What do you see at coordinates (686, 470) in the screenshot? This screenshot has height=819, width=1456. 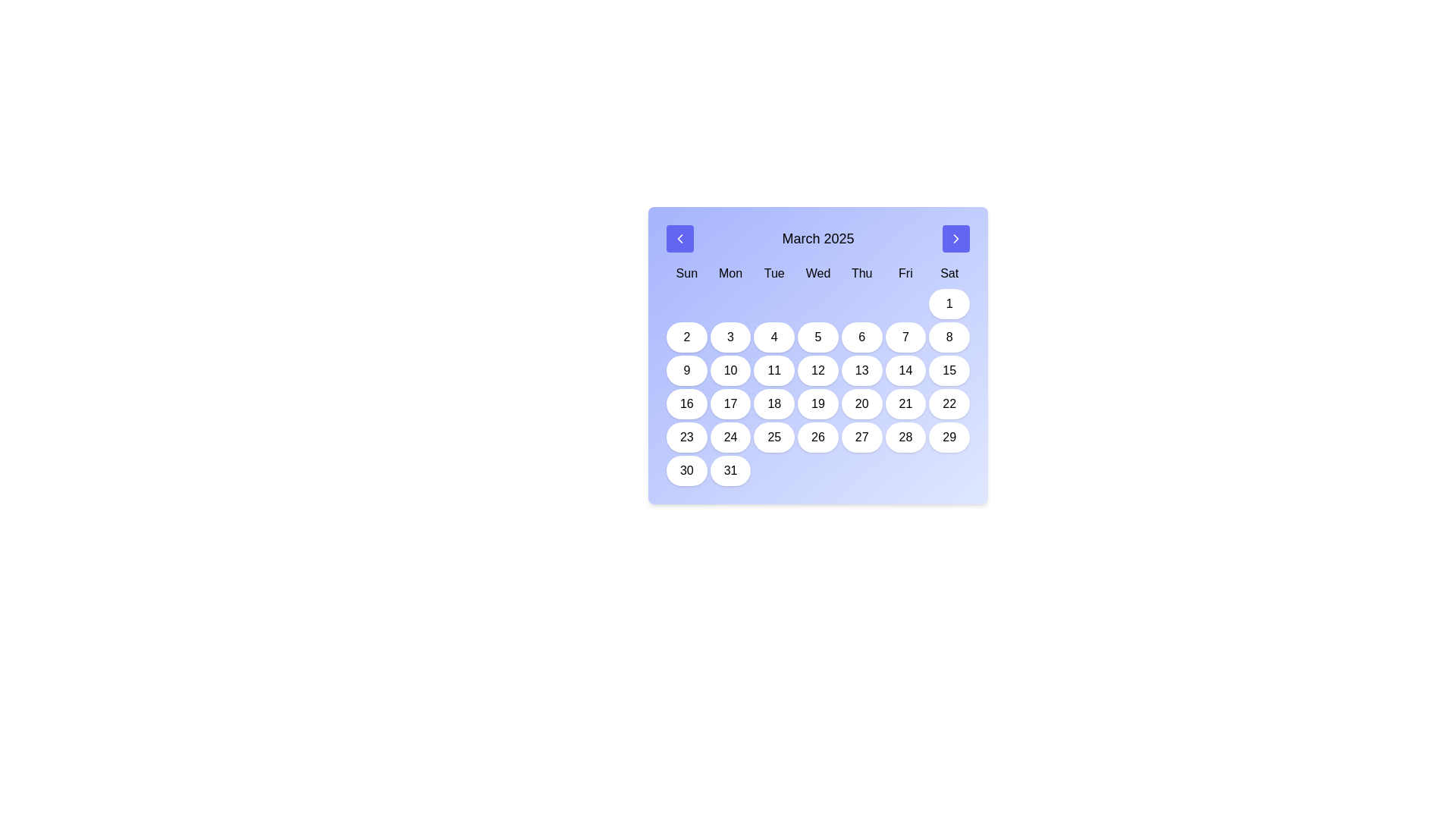 I see `the date selection button for March 30, 2025, located in the last row, first column of the calendar interface` at bounding box center [686, 470].